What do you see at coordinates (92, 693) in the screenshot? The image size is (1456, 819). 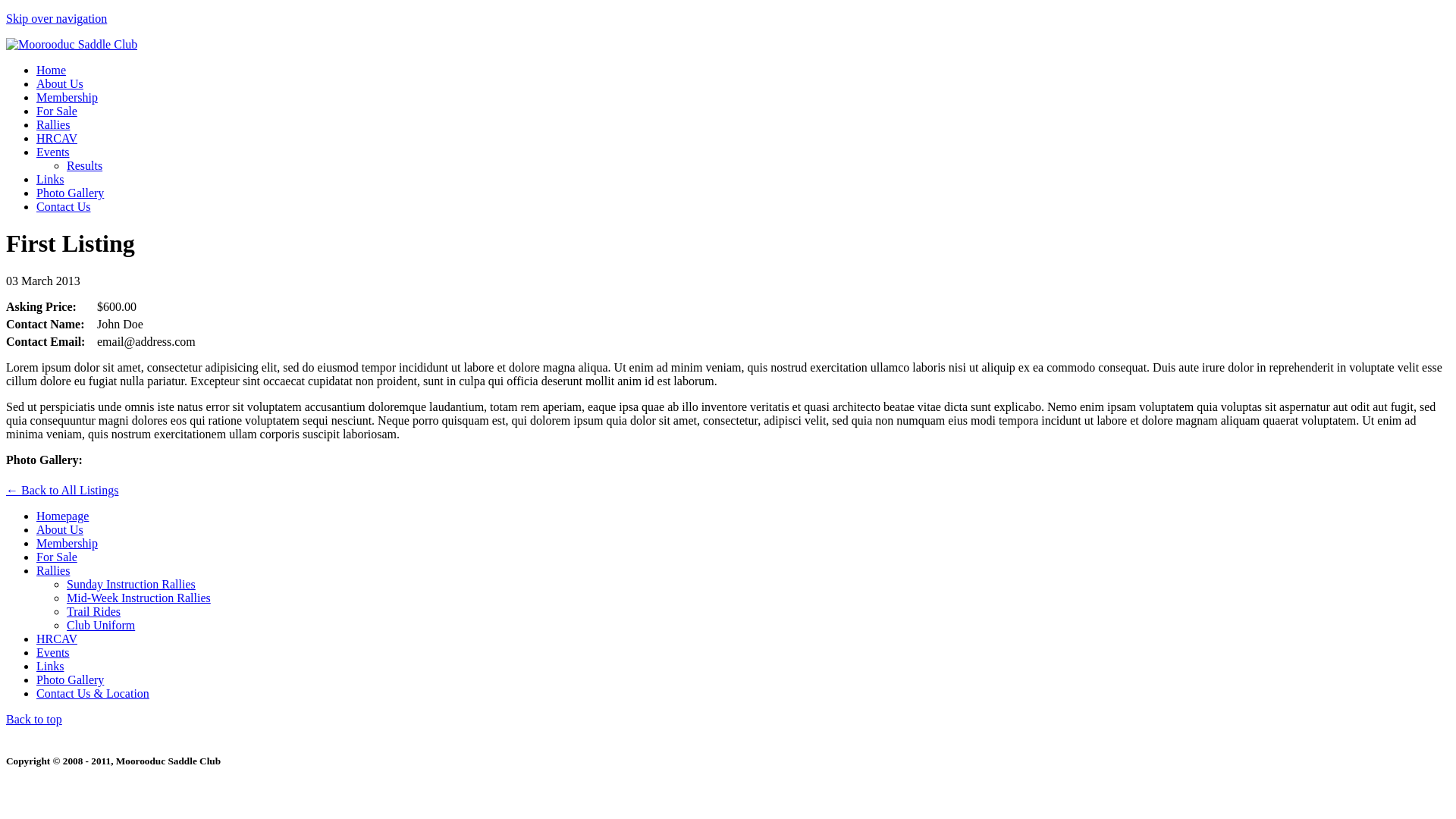 I see `'Contact Us & Location'` at bounding box center [92, 693].